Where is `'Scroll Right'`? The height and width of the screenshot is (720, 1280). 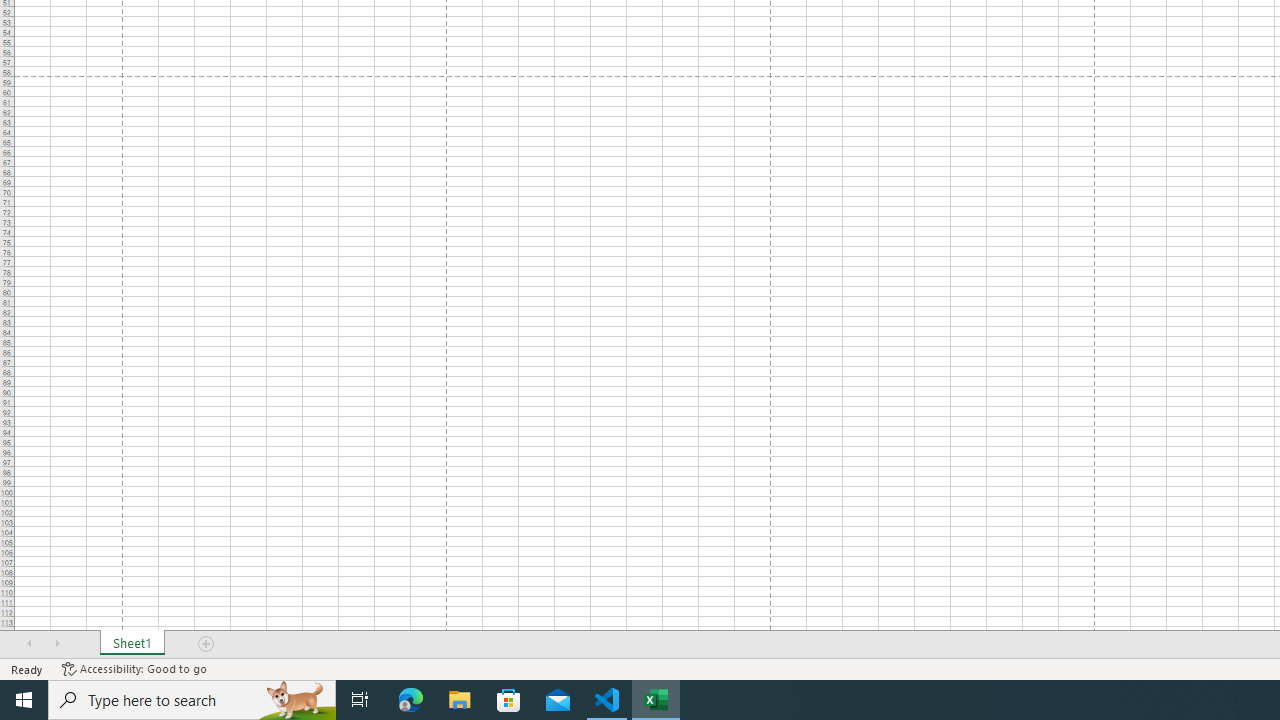 'Scroll Right' is located at coordinates (57, 644).